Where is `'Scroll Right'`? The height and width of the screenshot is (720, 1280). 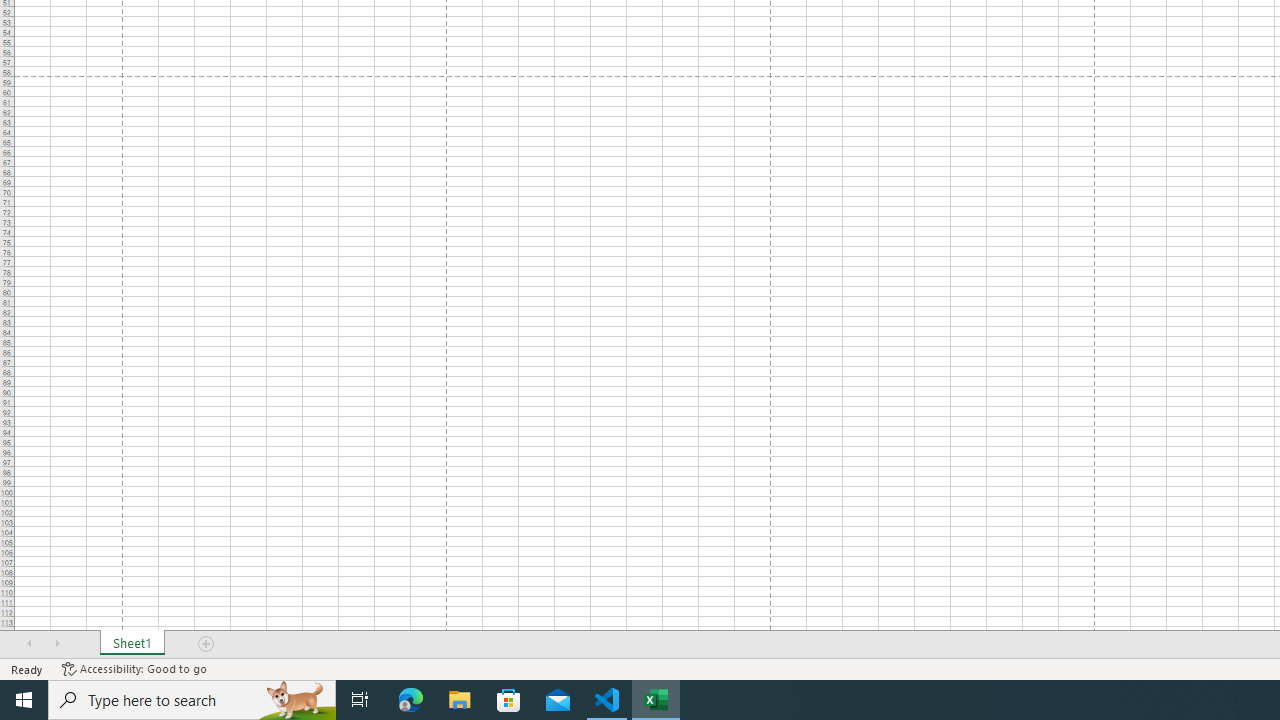 'Scroll Right' is located at coordinates (57, 644).